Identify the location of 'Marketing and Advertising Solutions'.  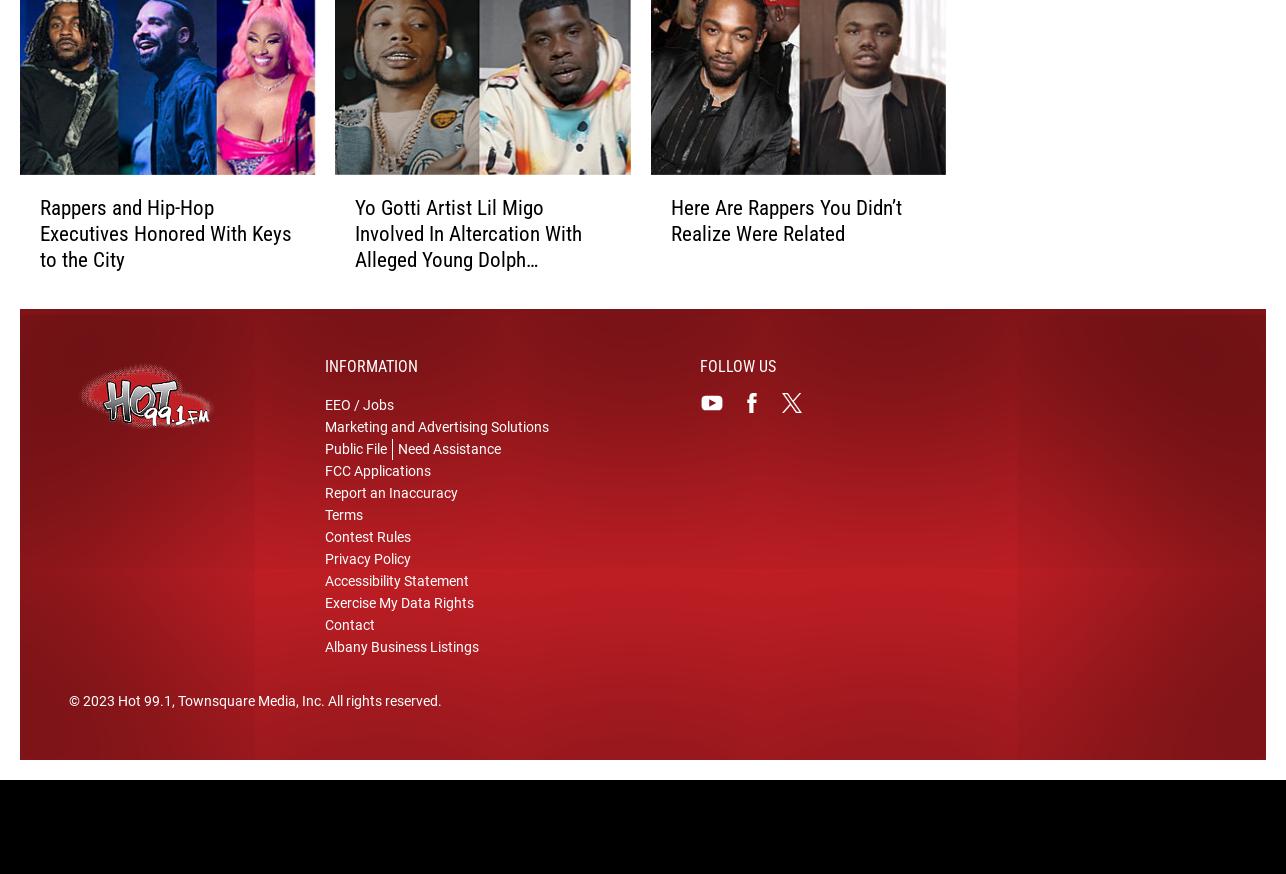
(435, 436).